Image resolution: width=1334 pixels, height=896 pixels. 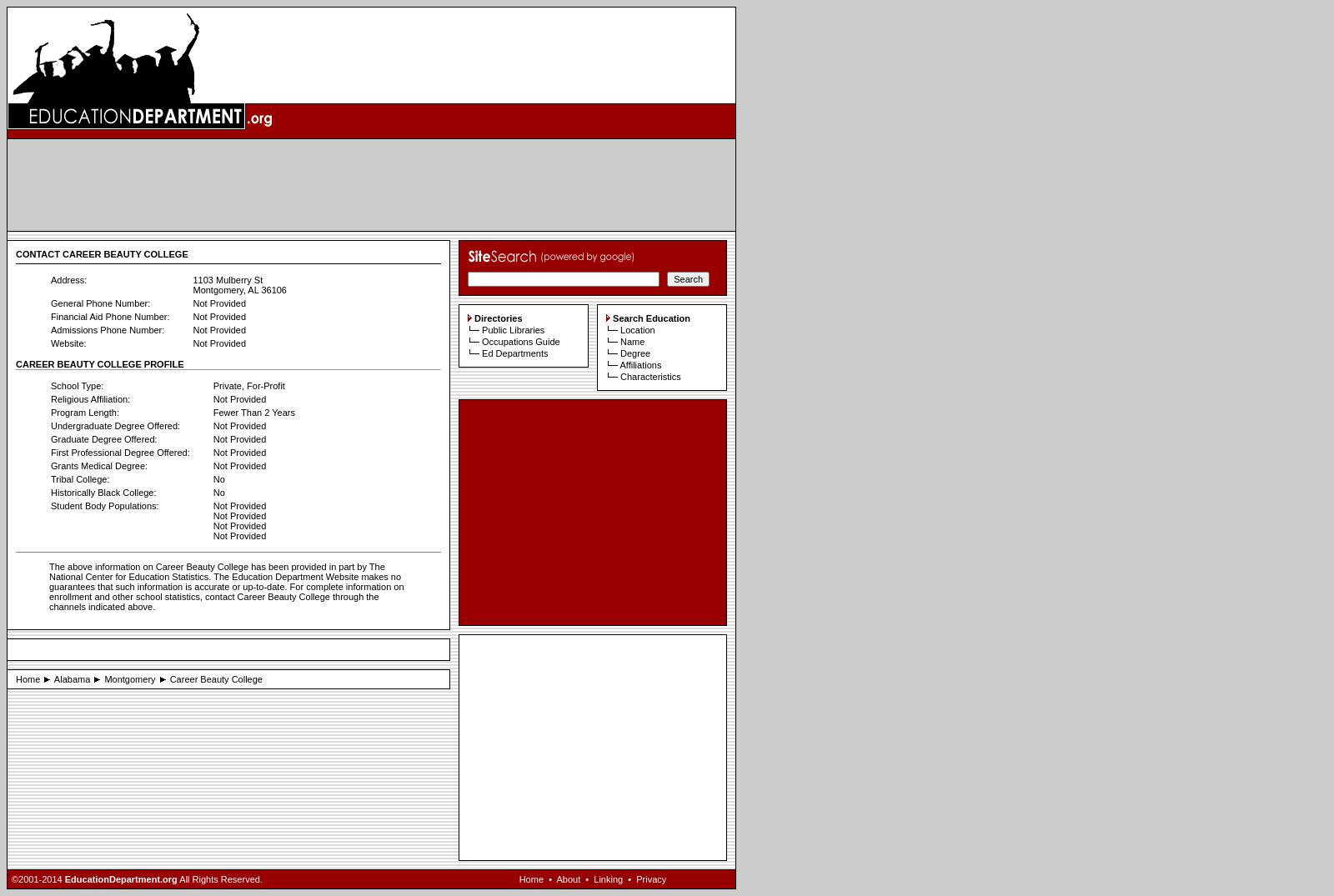 I want to click on 'Program Length:', so click(x=83, y=412).